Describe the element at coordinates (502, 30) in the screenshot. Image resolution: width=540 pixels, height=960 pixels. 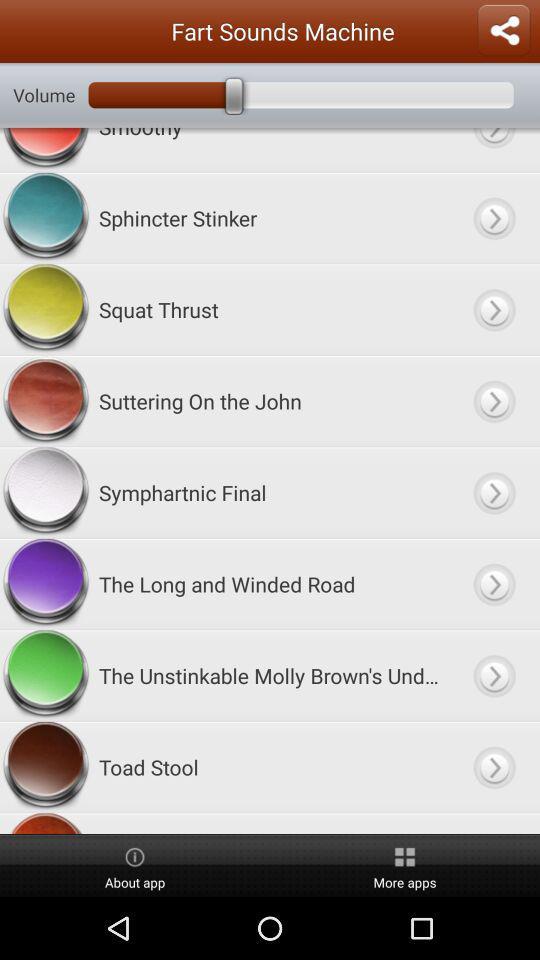
I see `icon to the right of fart sounds machine icon` at that location.